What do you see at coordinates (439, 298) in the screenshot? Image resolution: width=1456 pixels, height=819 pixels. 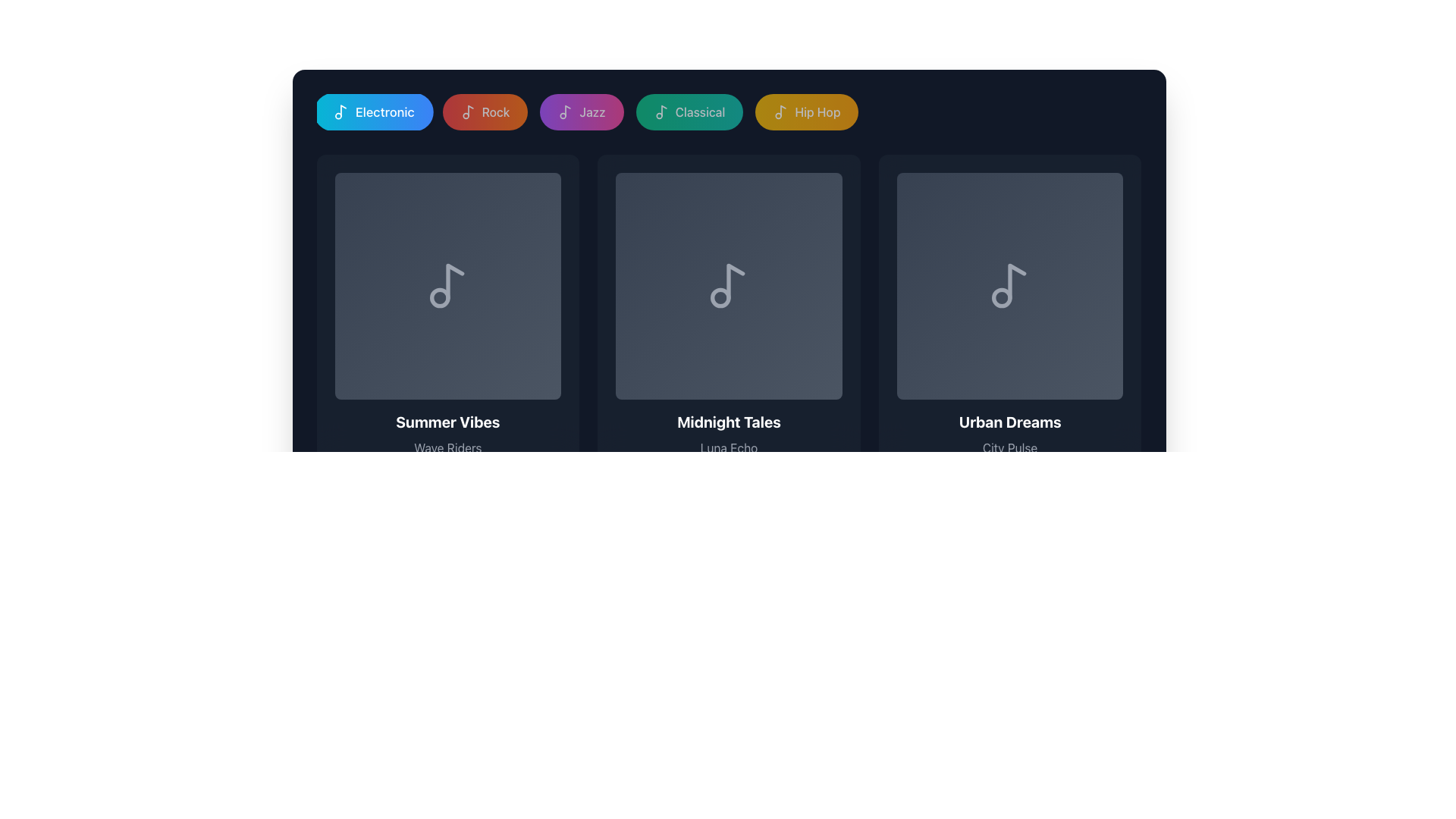 I see `the circular SVG element located at the bottom-left of the music note icon, which is styled in gray against a darker background` at bounding box center [439, 298].